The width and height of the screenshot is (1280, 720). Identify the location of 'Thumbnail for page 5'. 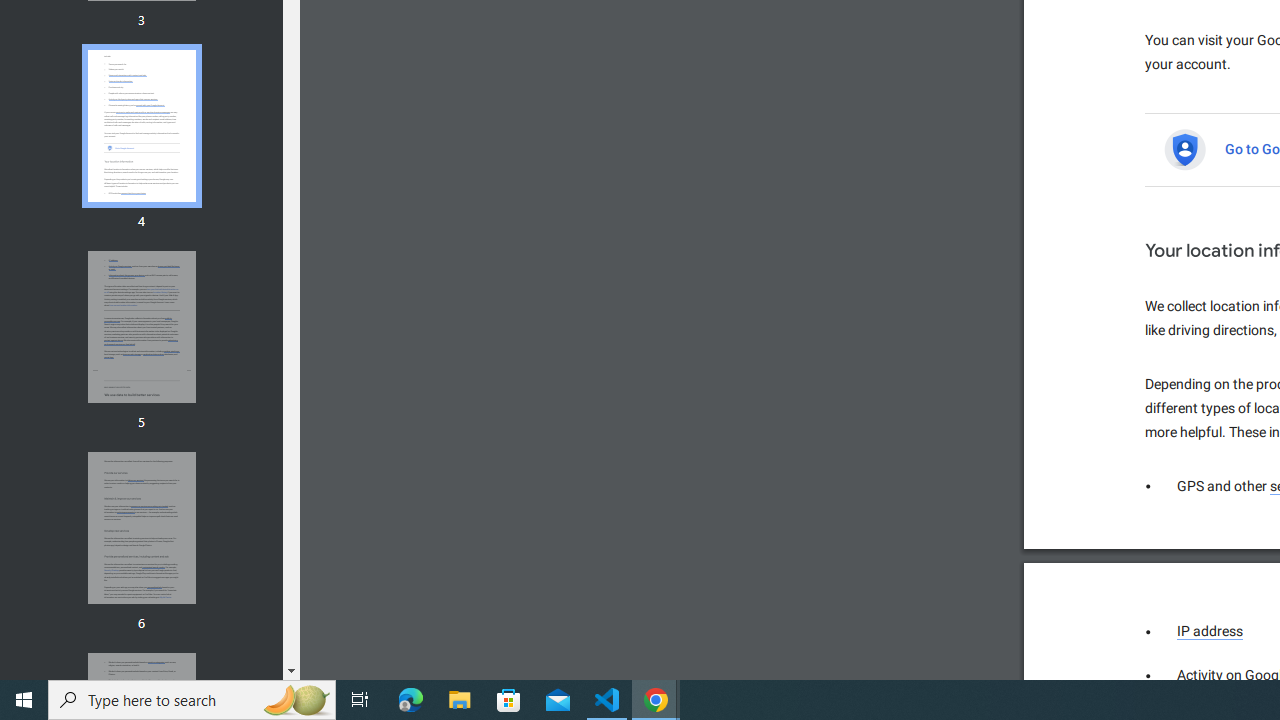
(140, 326).